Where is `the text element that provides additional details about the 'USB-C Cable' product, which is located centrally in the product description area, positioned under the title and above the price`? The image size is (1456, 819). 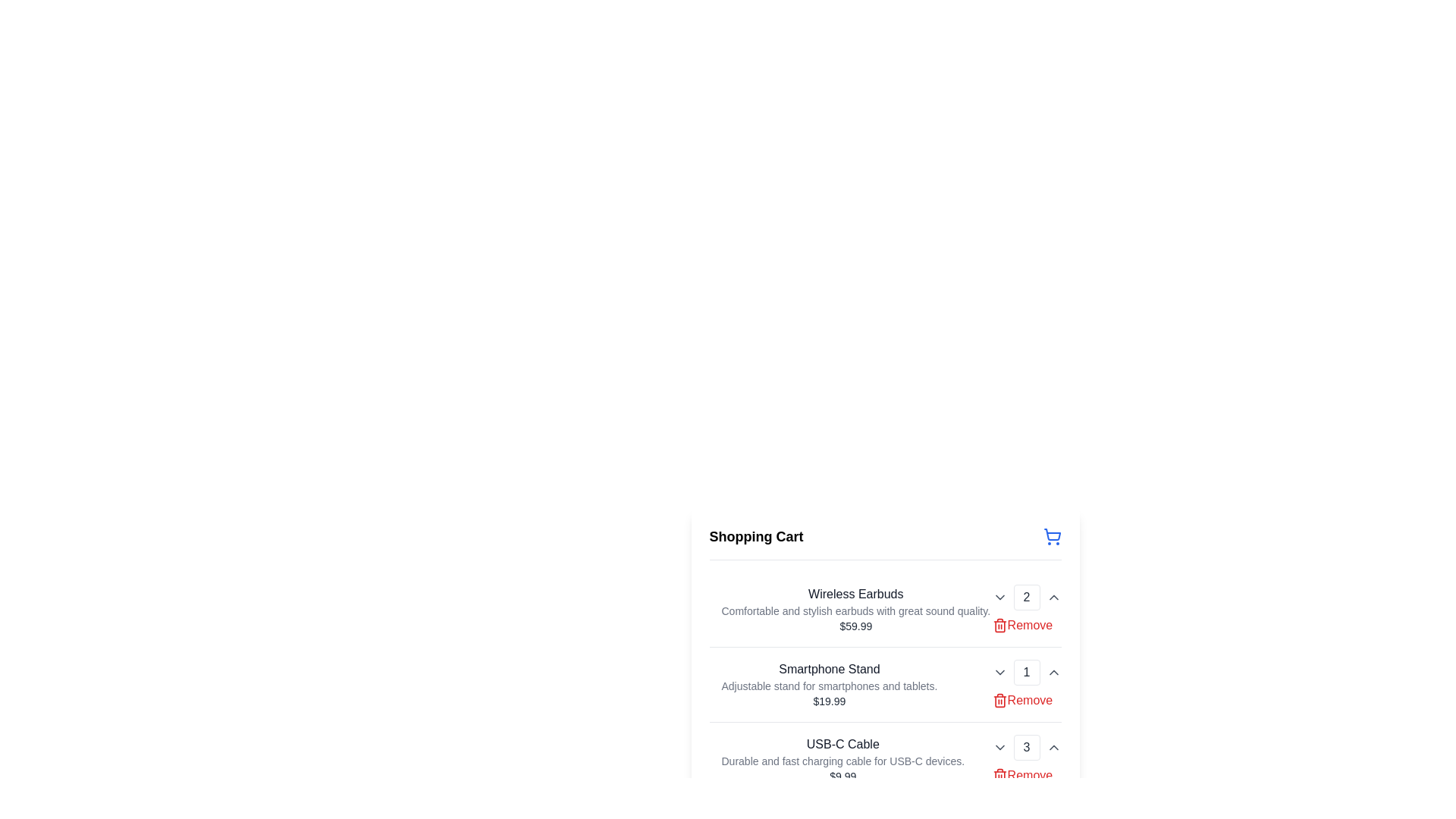 the text element that provides additional details about the 'USB-C Cable' product, which is located centrally in the product description area, positioned under the title and above the price is located at coordinates (842, 761).